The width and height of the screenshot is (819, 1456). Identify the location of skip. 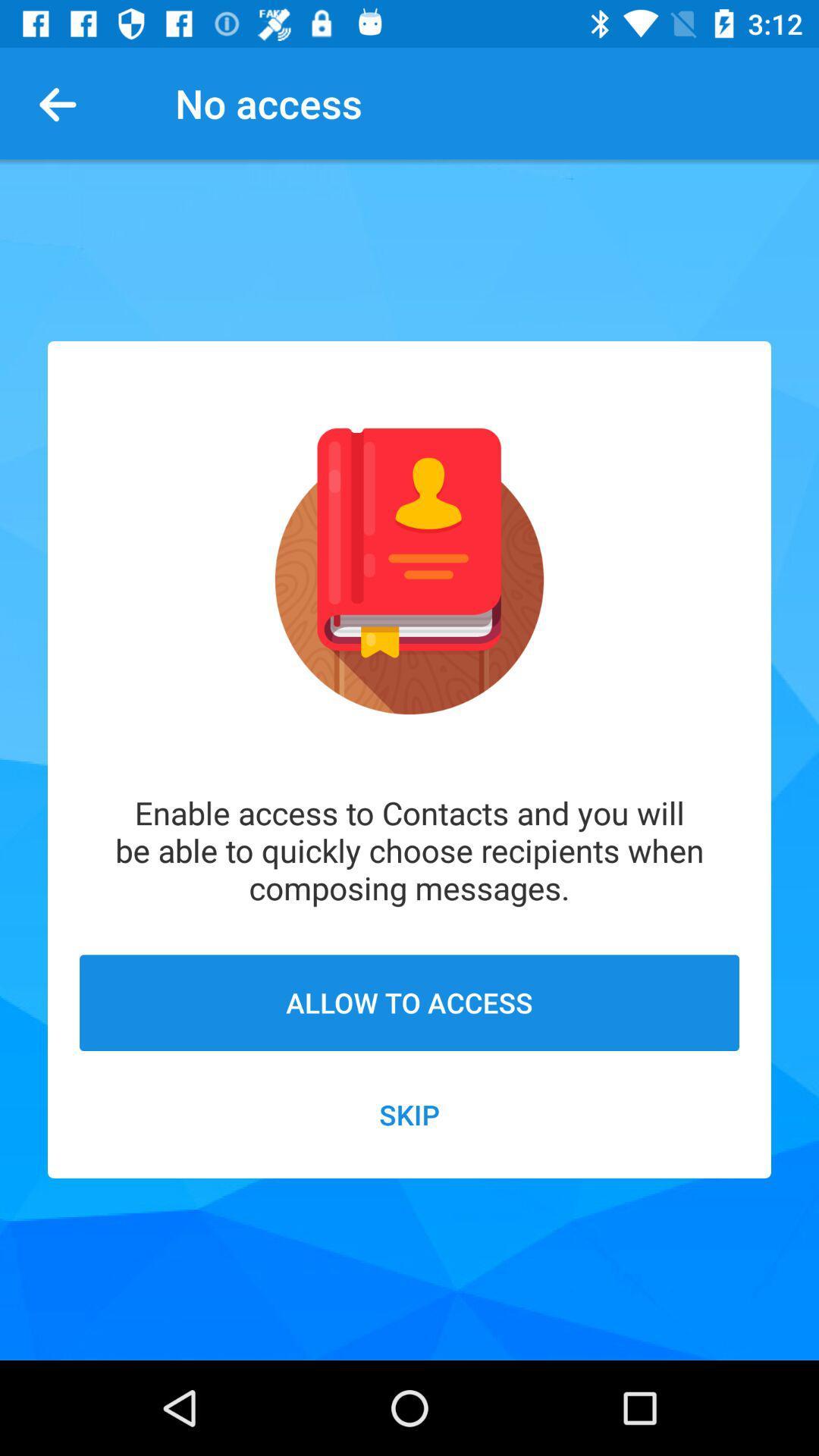
(409, 1114).